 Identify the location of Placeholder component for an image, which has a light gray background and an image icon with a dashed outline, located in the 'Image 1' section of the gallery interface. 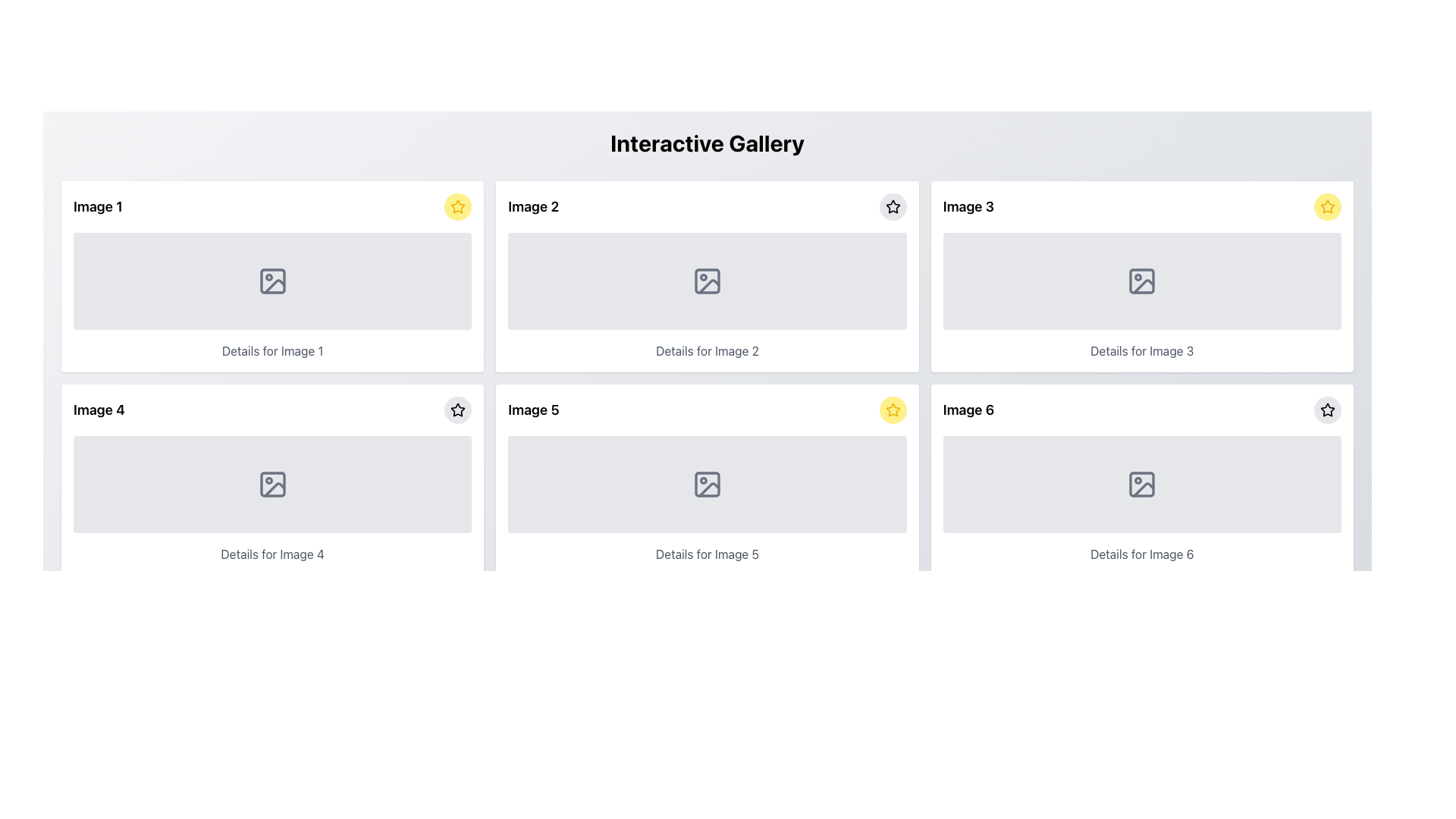
(272, 281).